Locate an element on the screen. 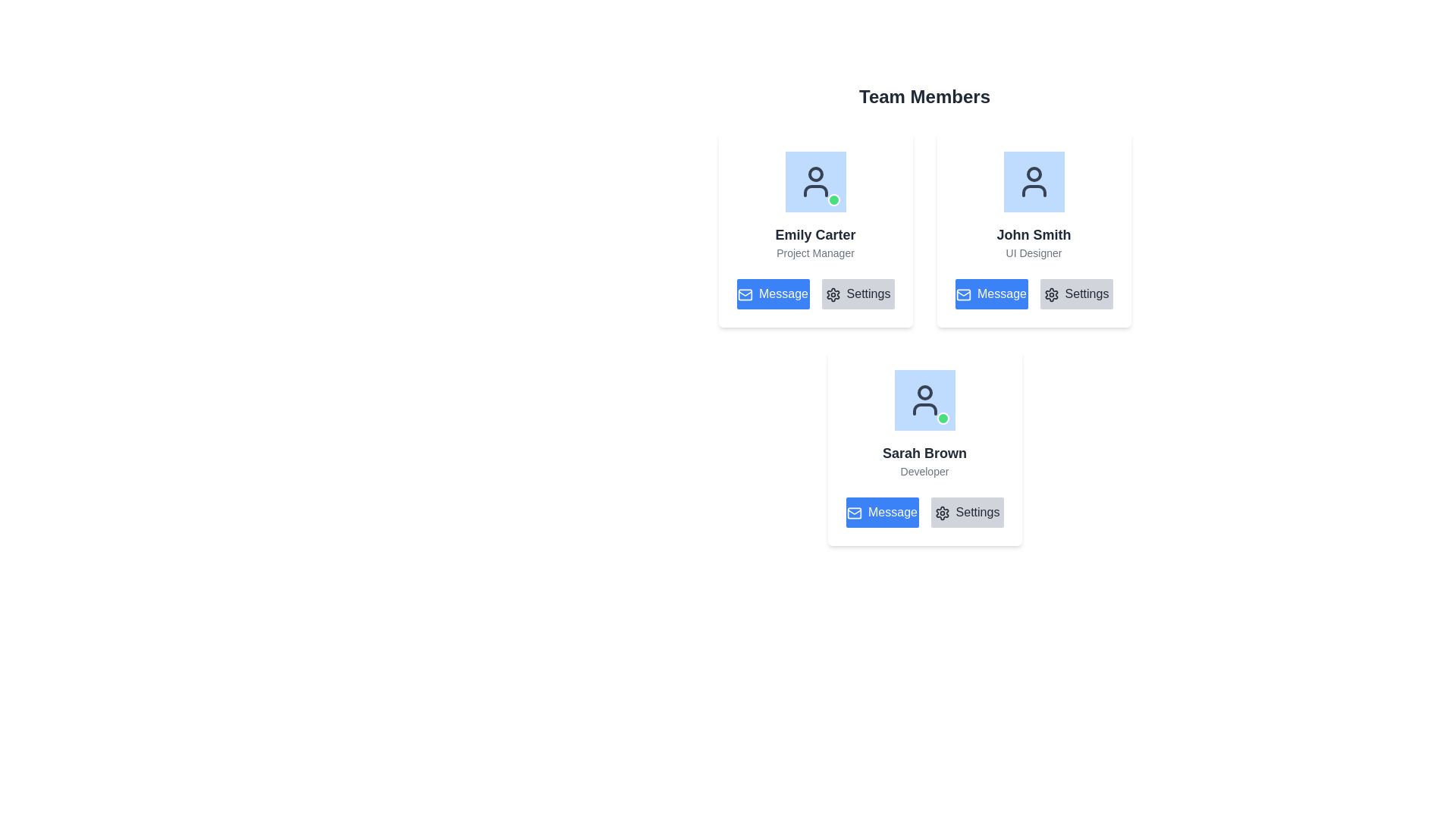 This screenshot has height=819, width=1456. the 'Emily Carter' text label, which is displayed in a bold, dark gray font as the header text in the top-left card of a grid layout is located at coordinates (814, 234).